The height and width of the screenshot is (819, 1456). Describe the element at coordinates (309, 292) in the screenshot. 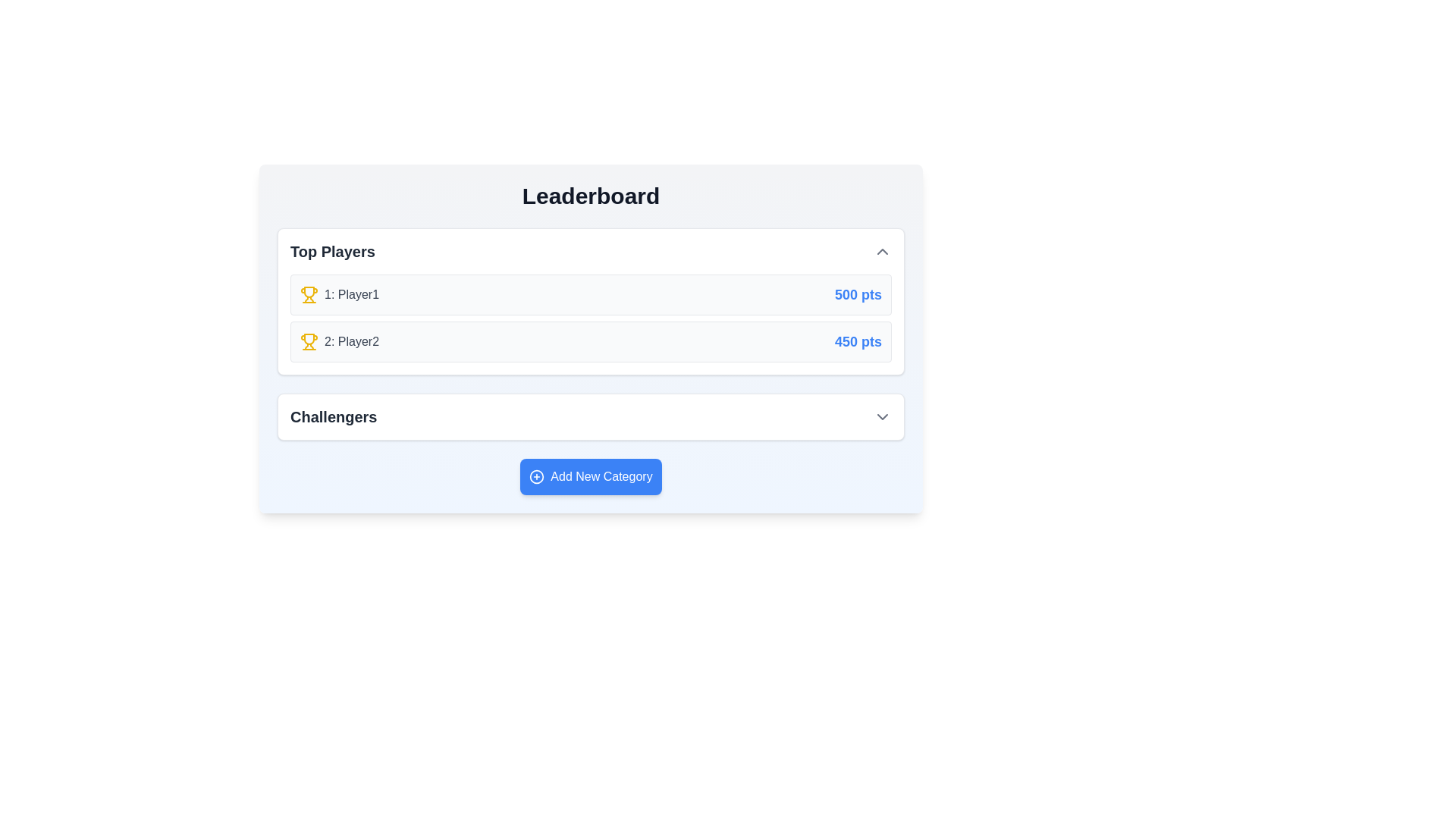

I see `the achievement icon located in the 'Top Players' section, adjacent to the text '1: Player1'` at that location.